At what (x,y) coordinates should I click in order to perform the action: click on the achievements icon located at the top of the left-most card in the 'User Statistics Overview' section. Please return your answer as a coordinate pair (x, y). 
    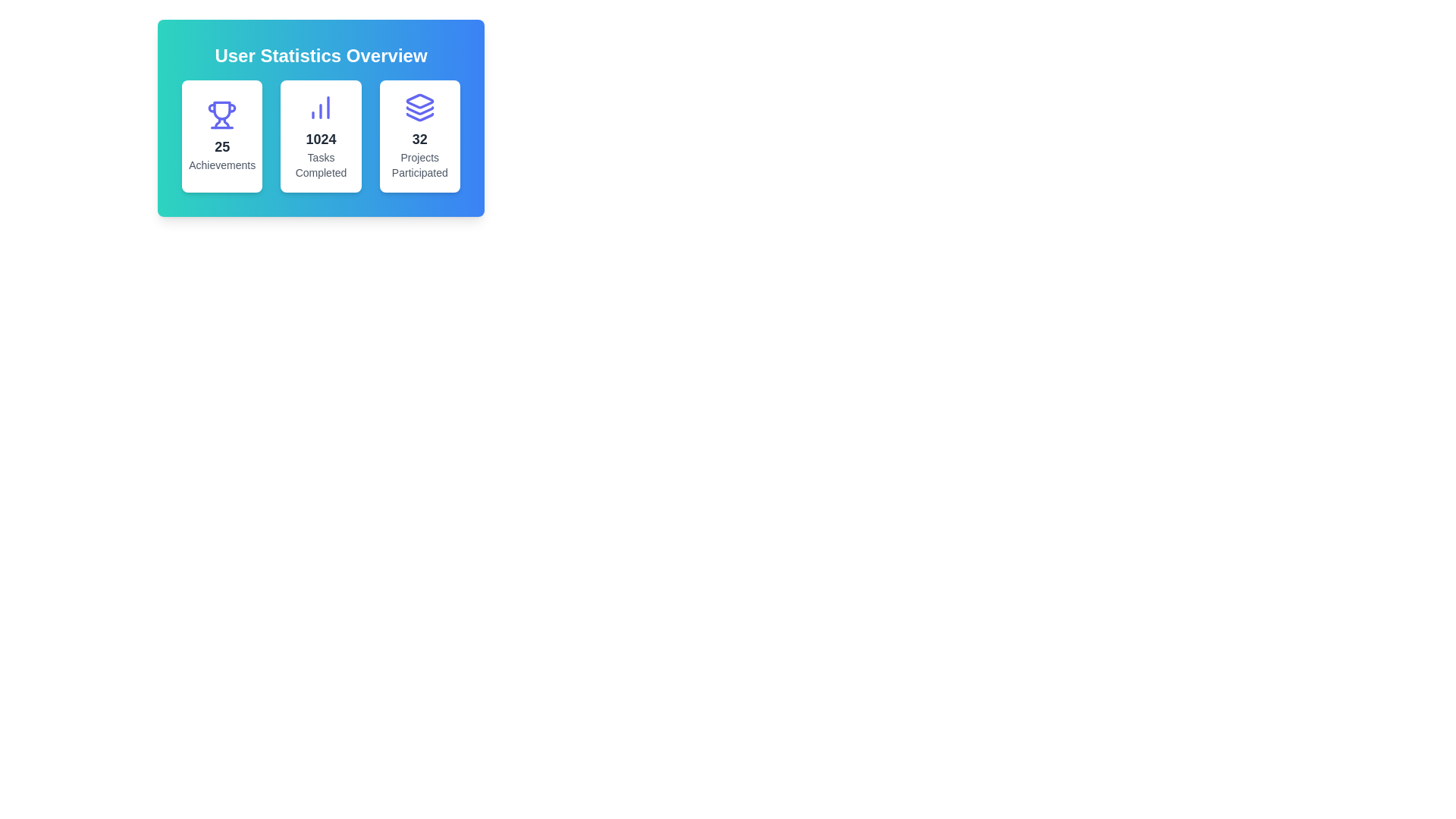
    Looking at the image, I should click on (221, 114).